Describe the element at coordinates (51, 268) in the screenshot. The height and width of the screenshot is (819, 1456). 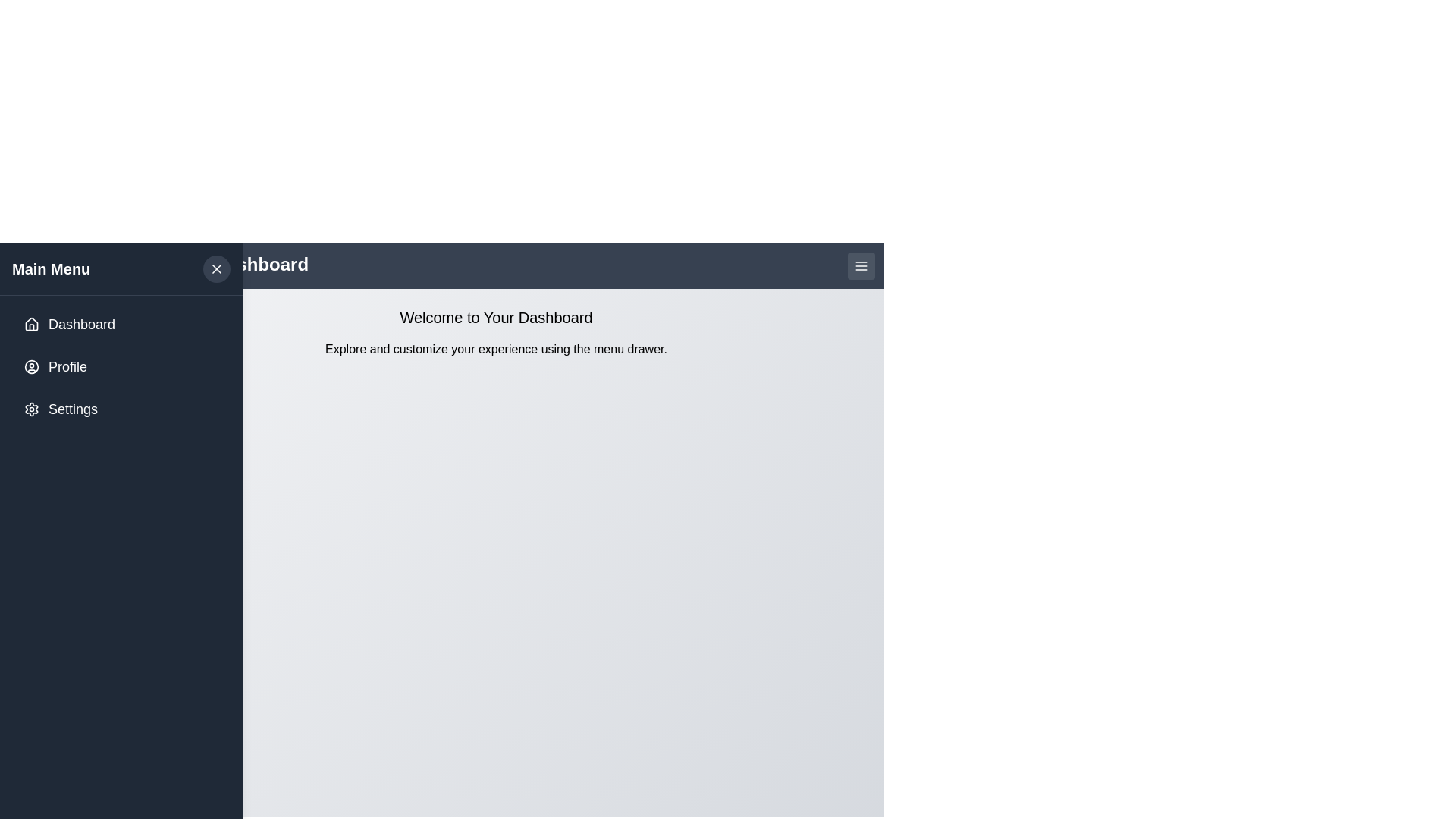
I see `text displayed on the 'Main Menu' label, which is prominently positioned in a dark-colored bar in the upper left corner of the sidebar` at that location.